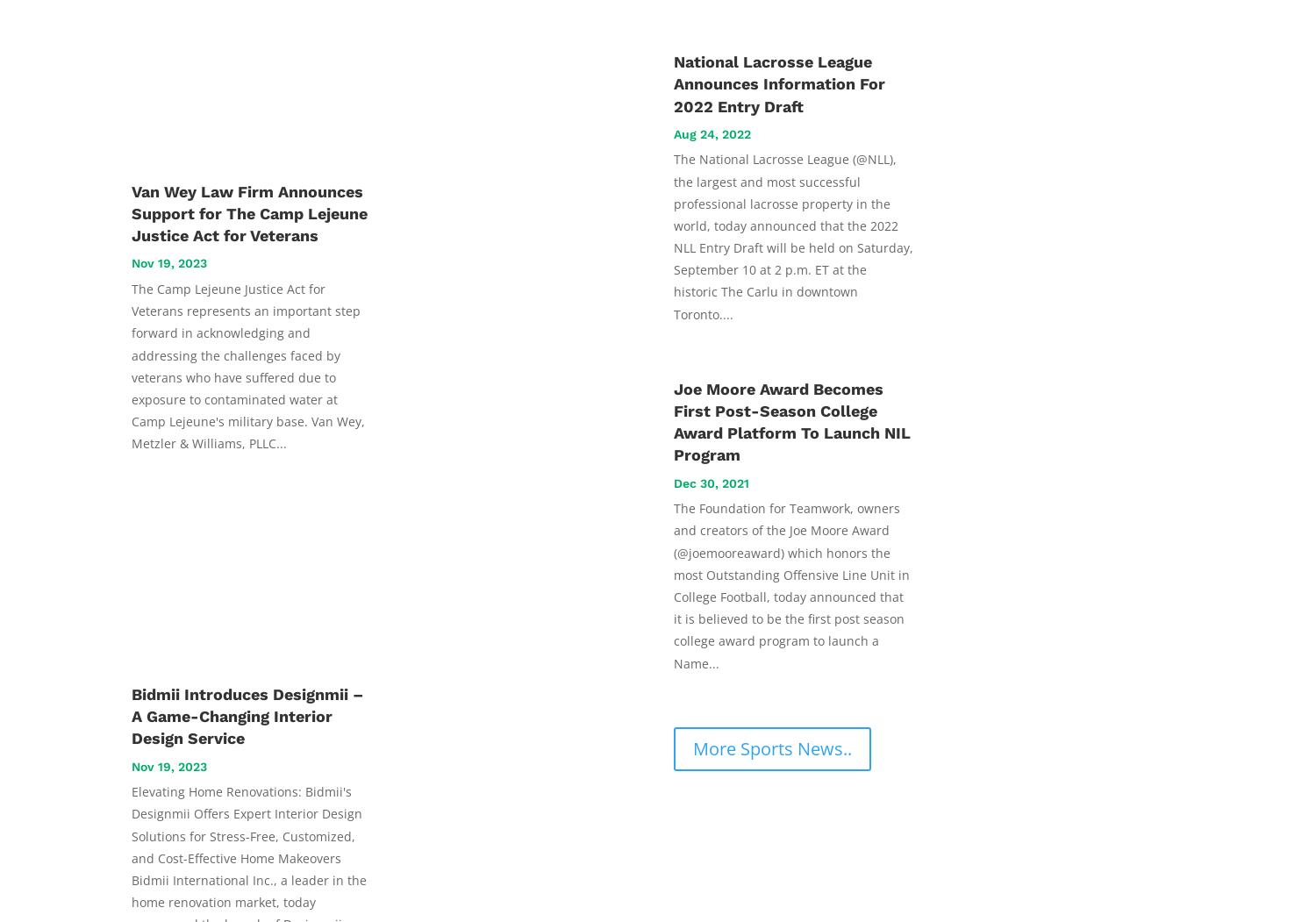  What do you see at coordinates (248, 366) in the screenshot?
I see `'The Camp Lejeune Justice Act for Veterans represents an important step forward in acknowledging and addressing the challenges faced by veterans who have suffered due to exposure to contaminated water at Camp Lejeune's military base. Van Wey, Metzler & Williams, PLLC...'` at bounding box center [248, 366].